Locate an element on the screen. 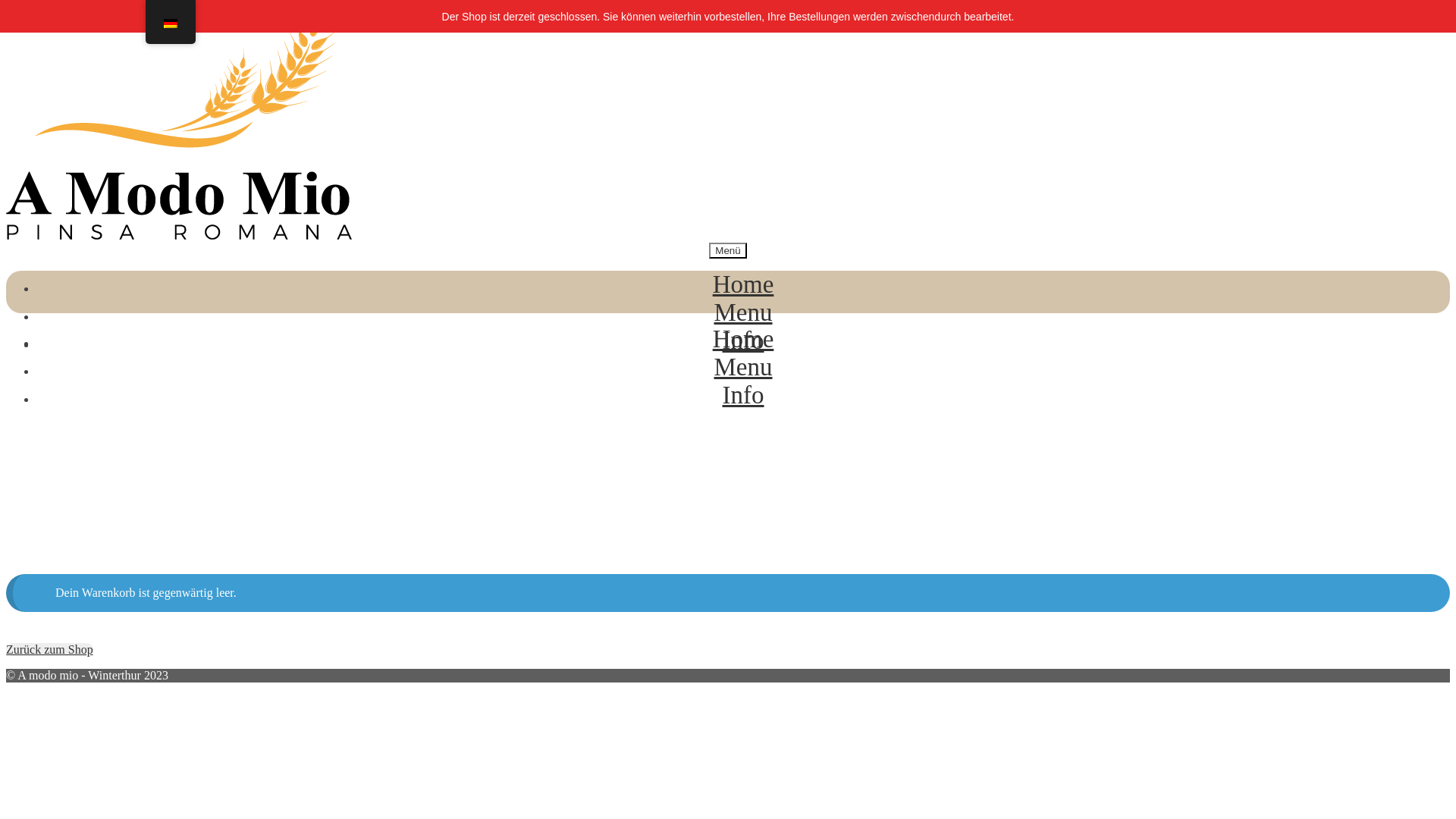 The image size is (1456, 819). 'Home' is located at coordinates (743, 284).